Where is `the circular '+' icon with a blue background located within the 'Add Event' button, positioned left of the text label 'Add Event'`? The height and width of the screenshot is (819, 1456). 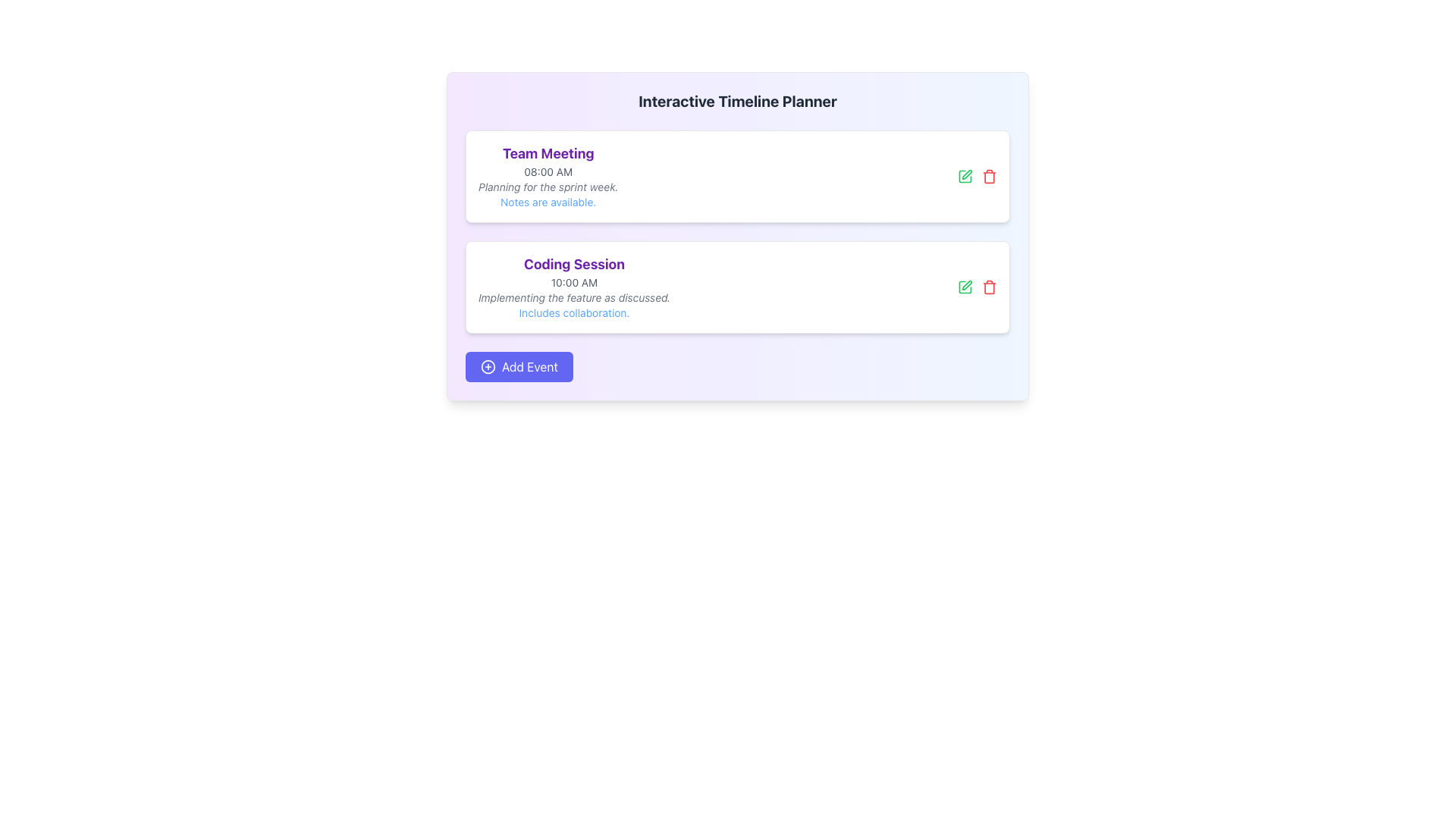 the circular '+' icon with a blue background located within the 'Add Event' button, positioned left of the text label 'Add Event' is located at coordinates (488, 366).